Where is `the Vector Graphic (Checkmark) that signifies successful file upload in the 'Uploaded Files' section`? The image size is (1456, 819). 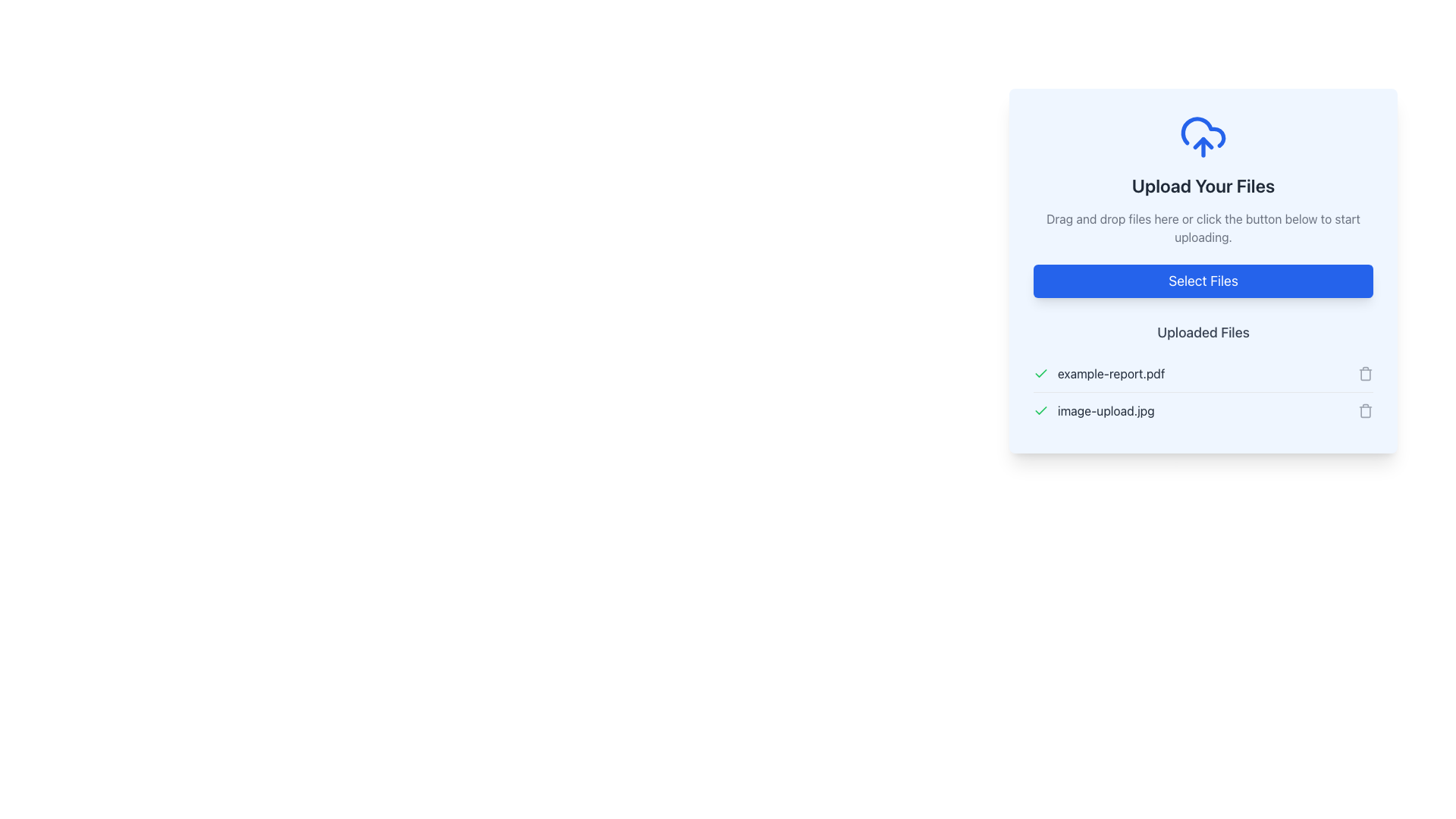
the Vector Graphic (Checkmark) that signifies successful file upload in the 'Uploaded Files' section is located at coordinates (1040, 409).